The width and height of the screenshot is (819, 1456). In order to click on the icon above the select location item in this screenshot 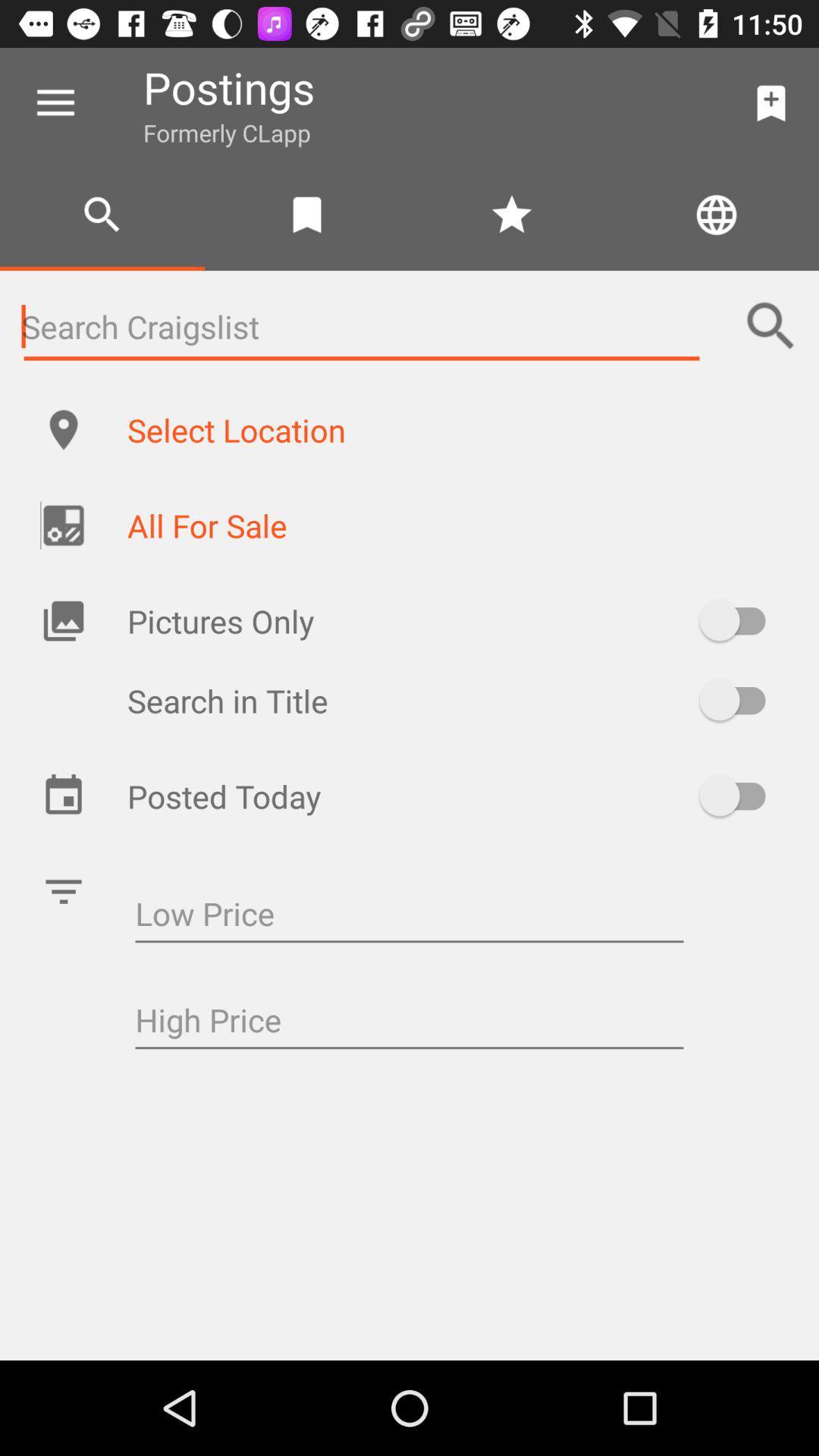, I will do `click(771, 325)`.